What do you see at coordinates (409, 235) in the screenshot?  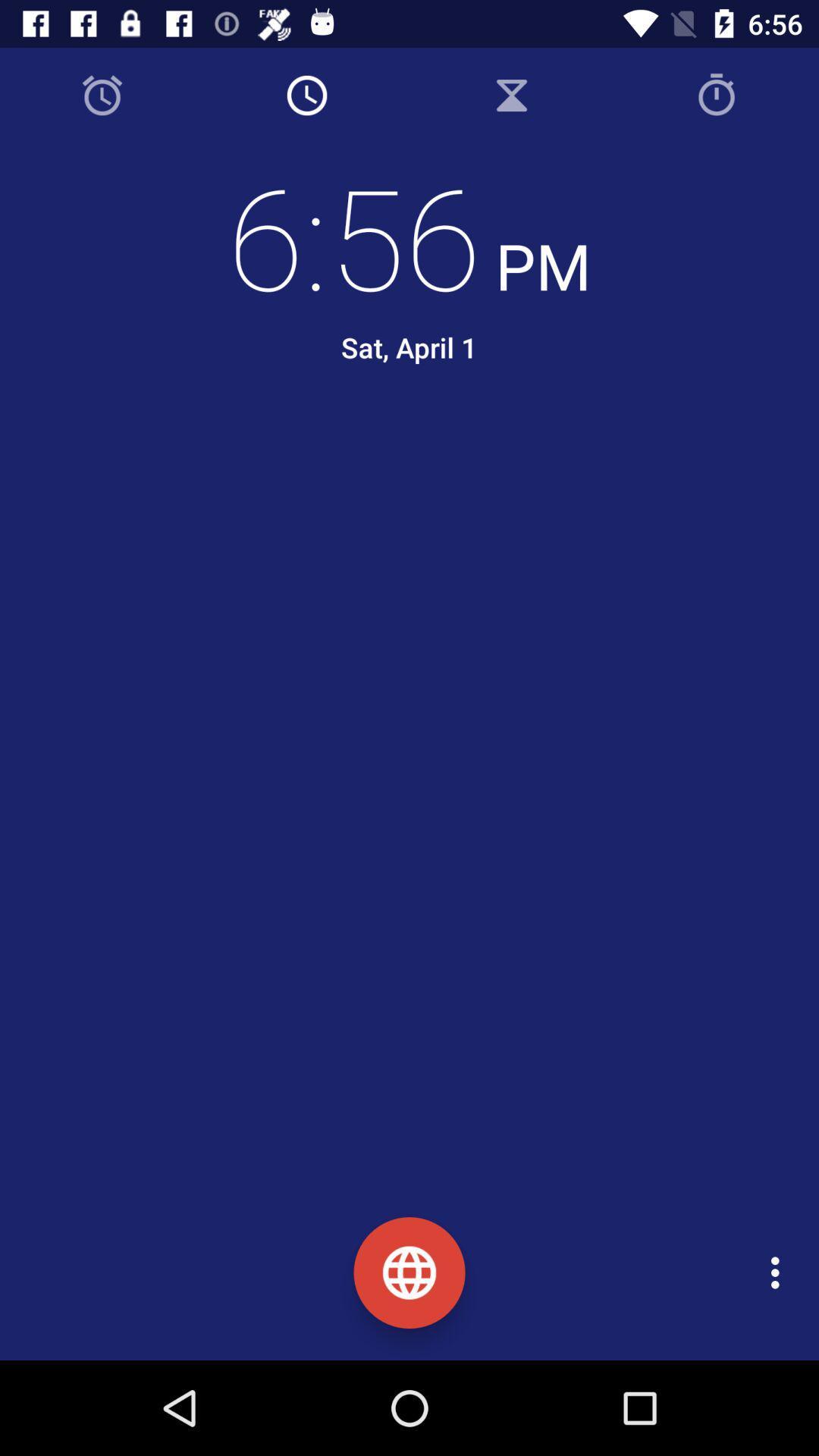 I see `icon above the sat, april 1` at bounding box center [409, 235].